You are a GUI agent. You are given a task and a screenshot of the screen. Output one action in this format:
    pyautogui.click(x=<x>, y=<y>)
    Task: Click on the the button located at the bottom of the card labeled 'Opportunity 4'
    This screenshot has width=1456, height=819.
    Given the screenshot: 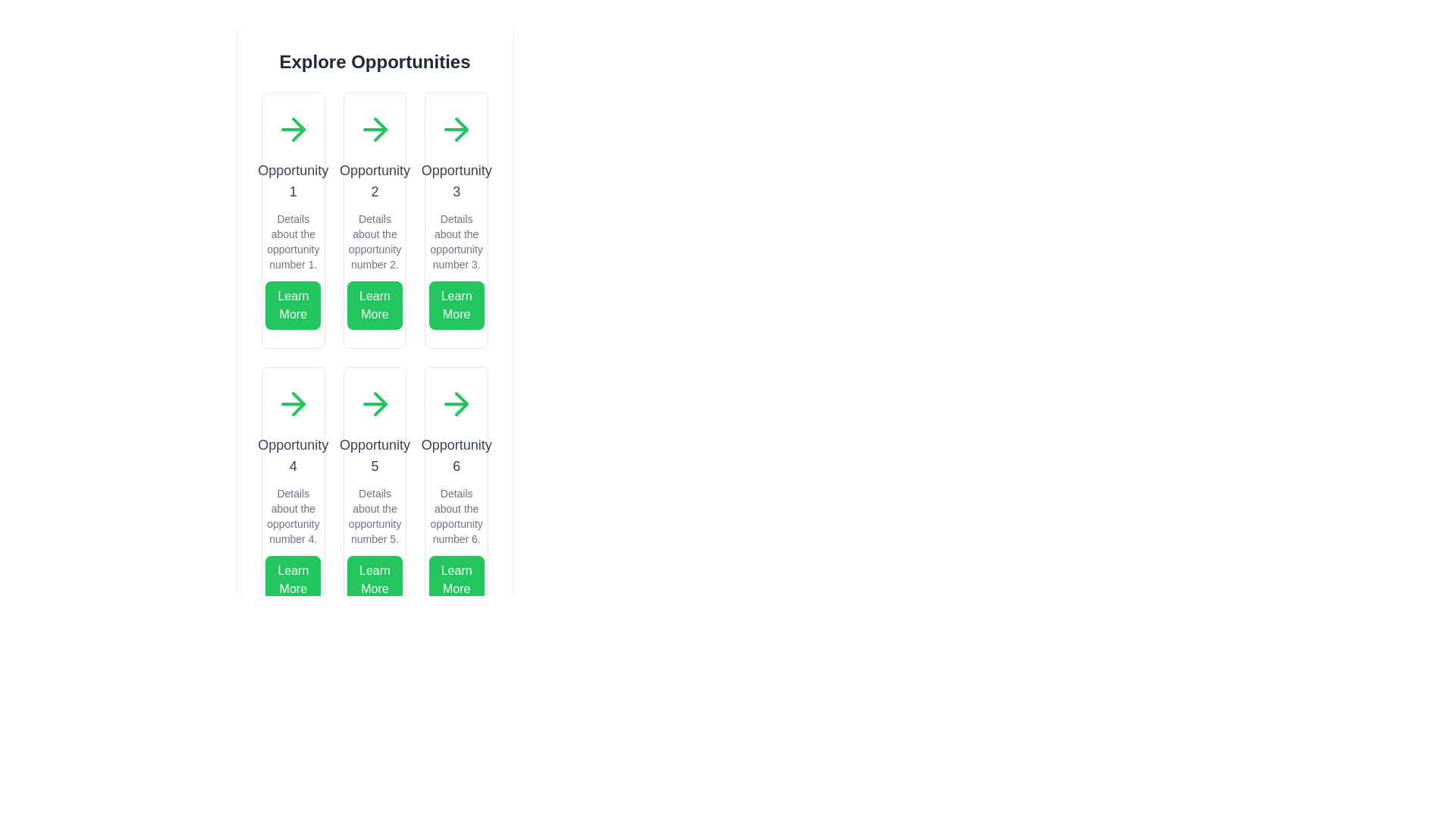 What is the action you would take?
    pyautogui.click(x=293, y=579)
    